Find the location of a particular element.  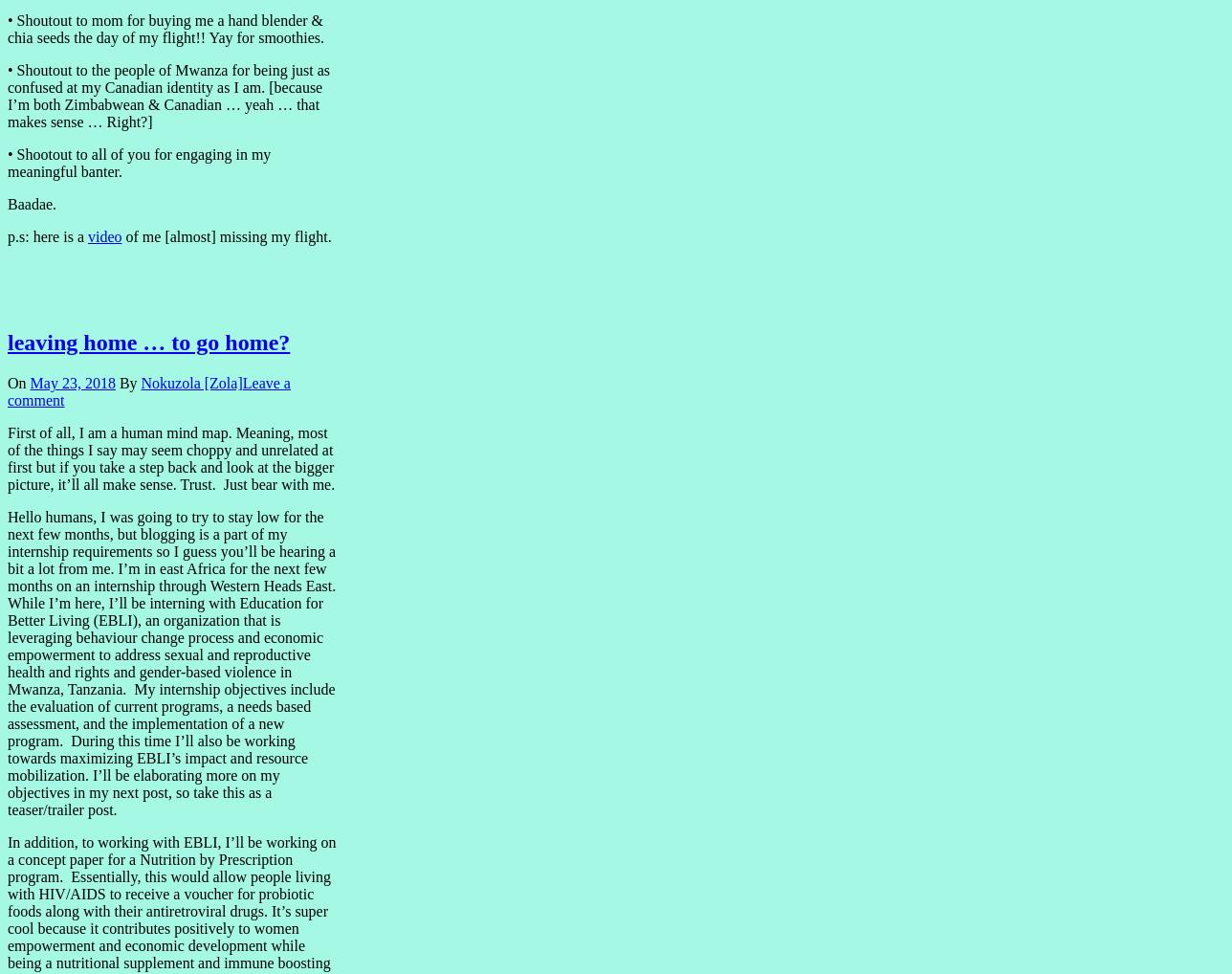

'By' is located at coordinates (115, 383).